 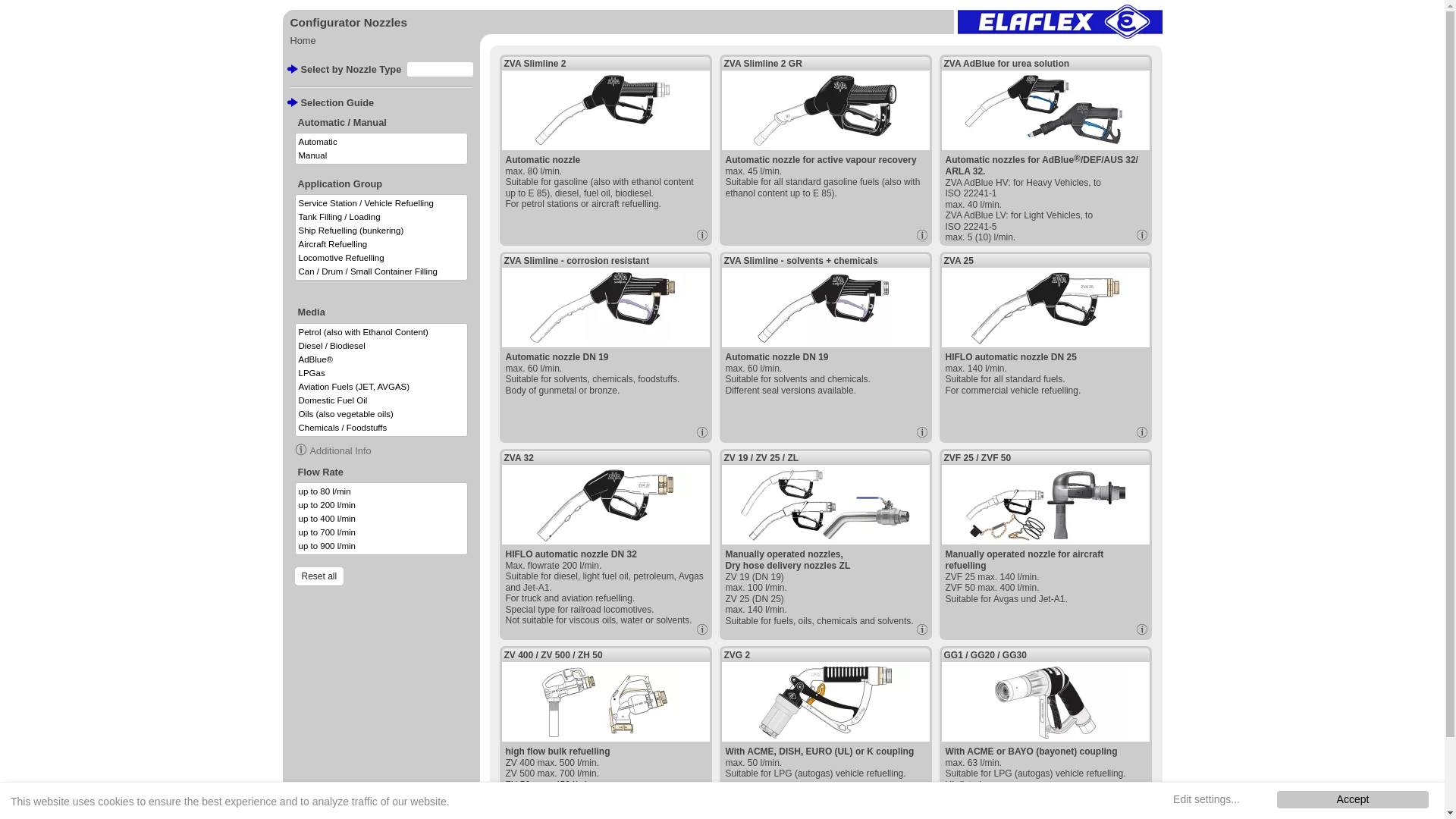 I want to click on 'up to 700 l/min', so click(x=381, y=532).